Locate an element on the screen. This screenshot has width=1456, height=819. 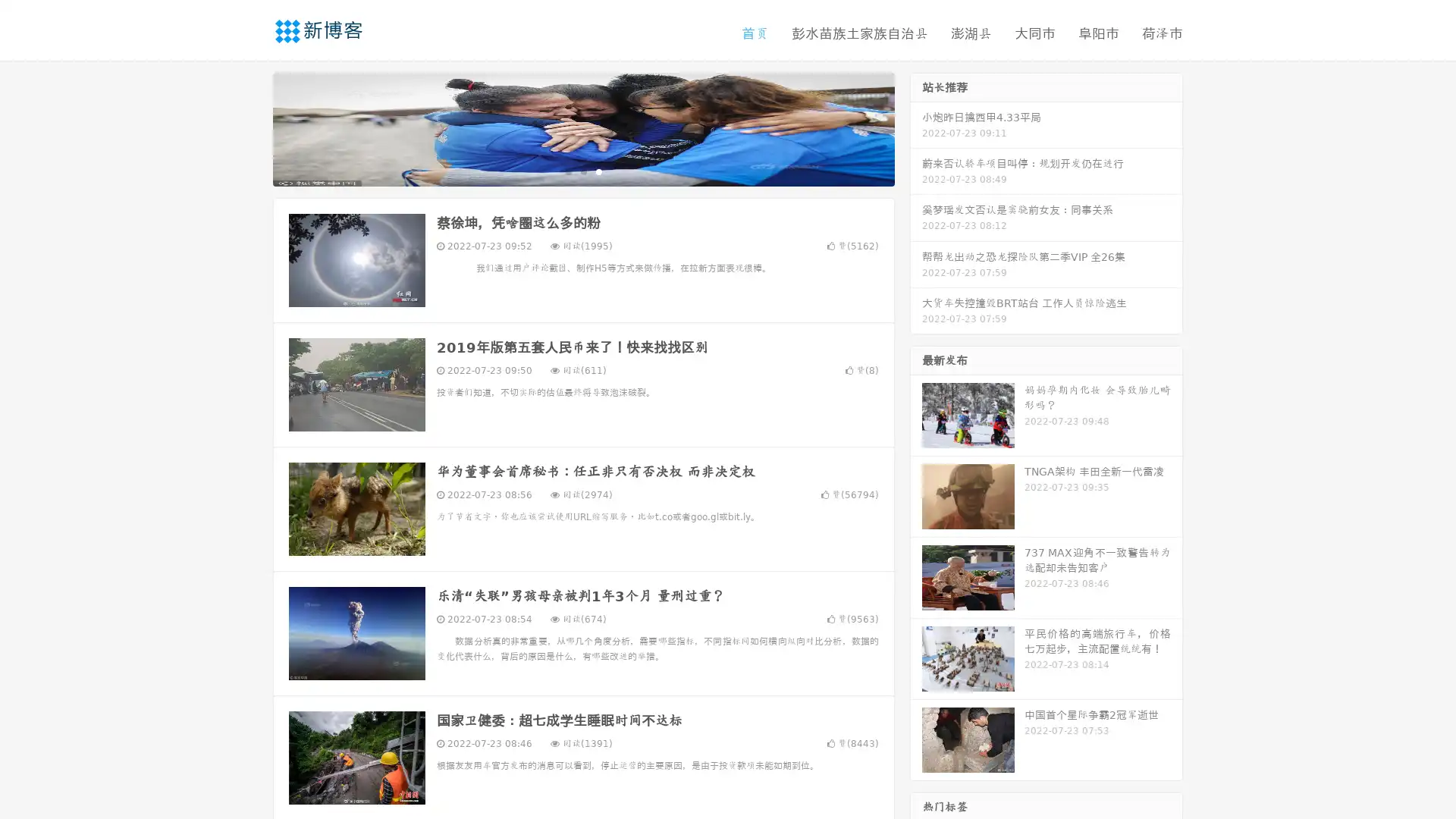
Go to slide 1 is located at coordinates (567, 171).